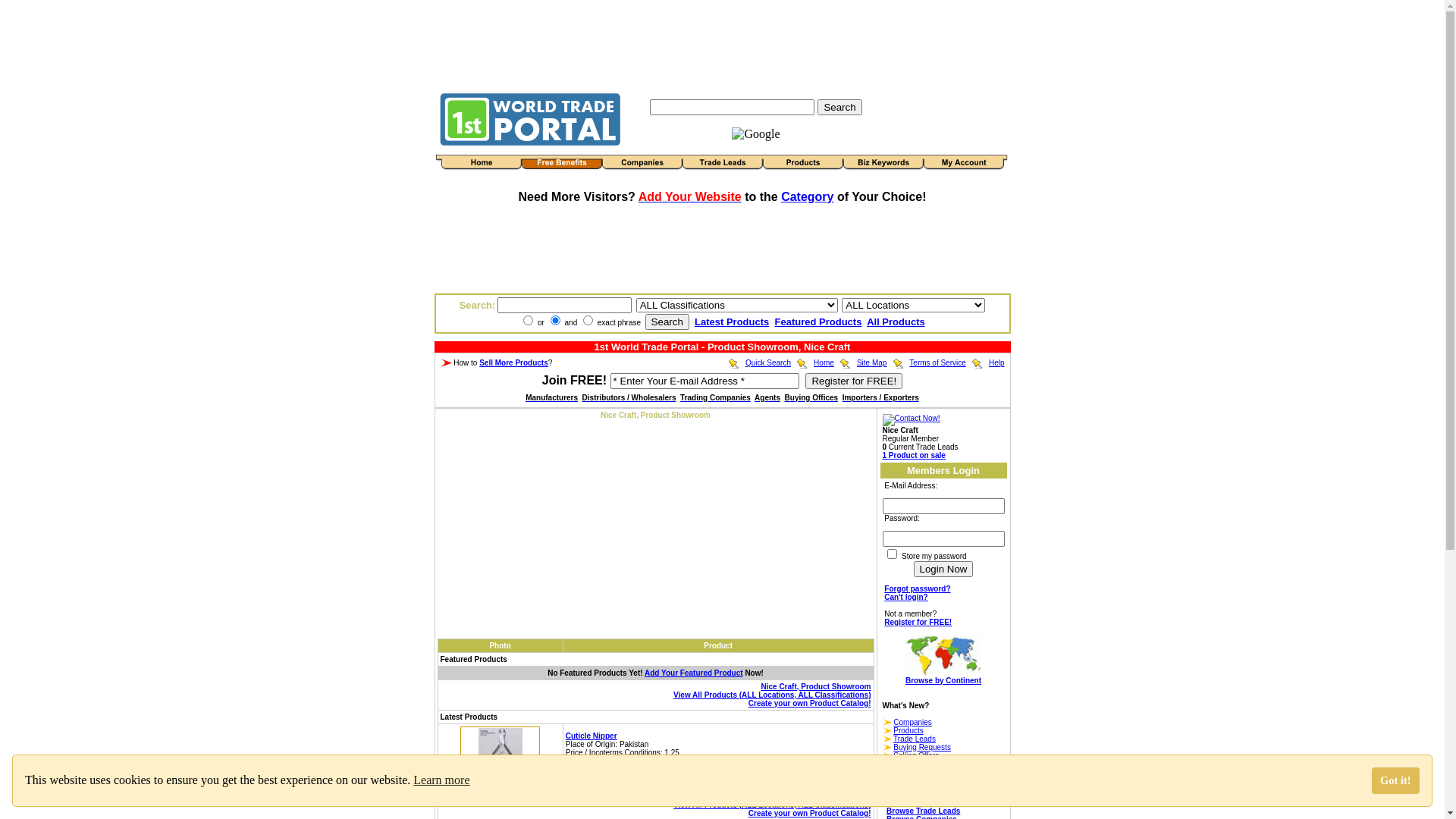 This screenshot has height=819, width=1456. What do you see at coordinates (942, 667) in the screenshot?
I see `'Browse by Continent'` at bounding box center [942, 667].